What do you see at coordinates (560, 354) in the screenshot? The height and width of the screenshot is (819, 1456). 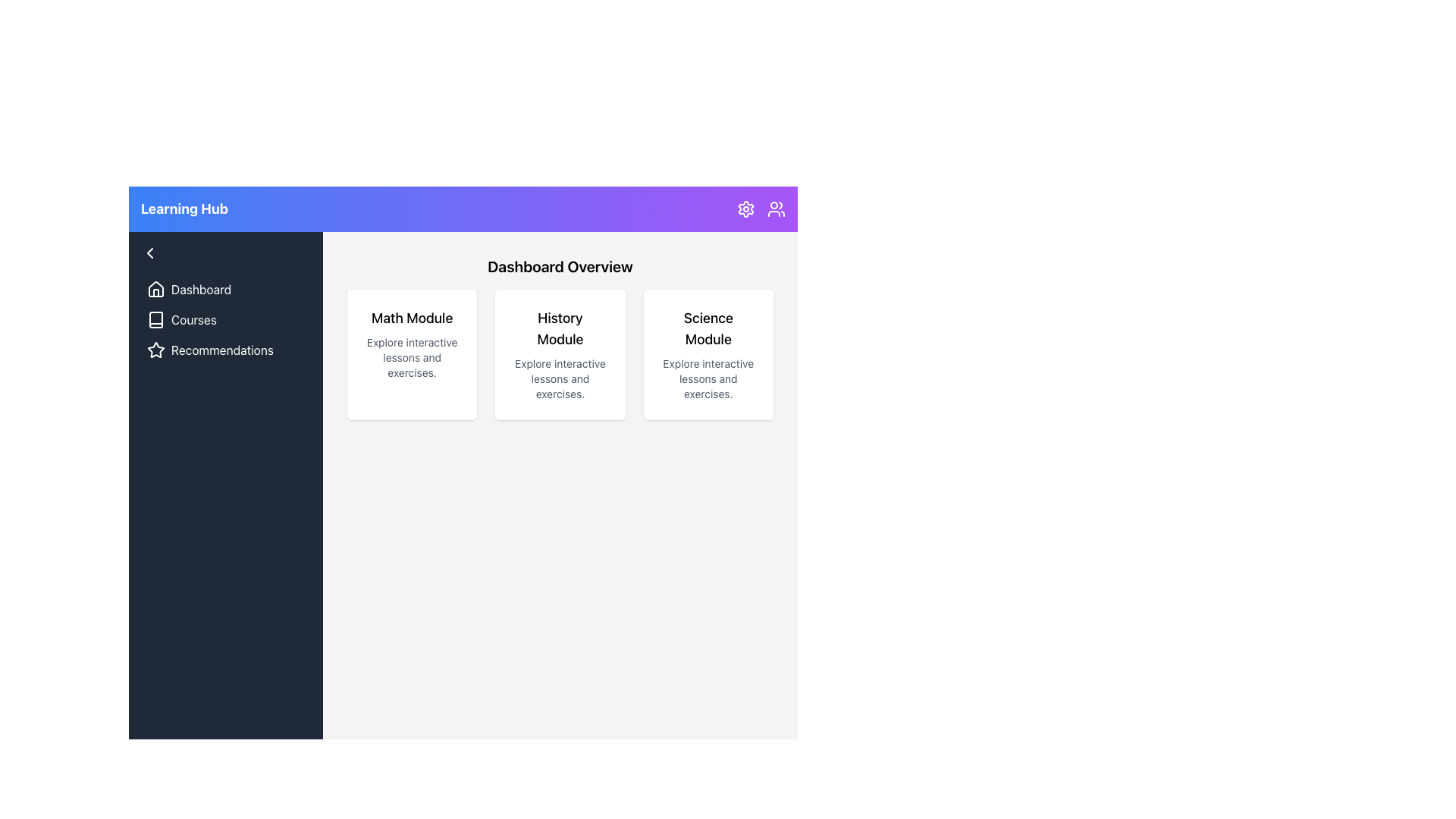 I see `the 'History Module' card, which is the second card in a series of three under 'Dashboard Overview'` at bounding box center [560, 354].